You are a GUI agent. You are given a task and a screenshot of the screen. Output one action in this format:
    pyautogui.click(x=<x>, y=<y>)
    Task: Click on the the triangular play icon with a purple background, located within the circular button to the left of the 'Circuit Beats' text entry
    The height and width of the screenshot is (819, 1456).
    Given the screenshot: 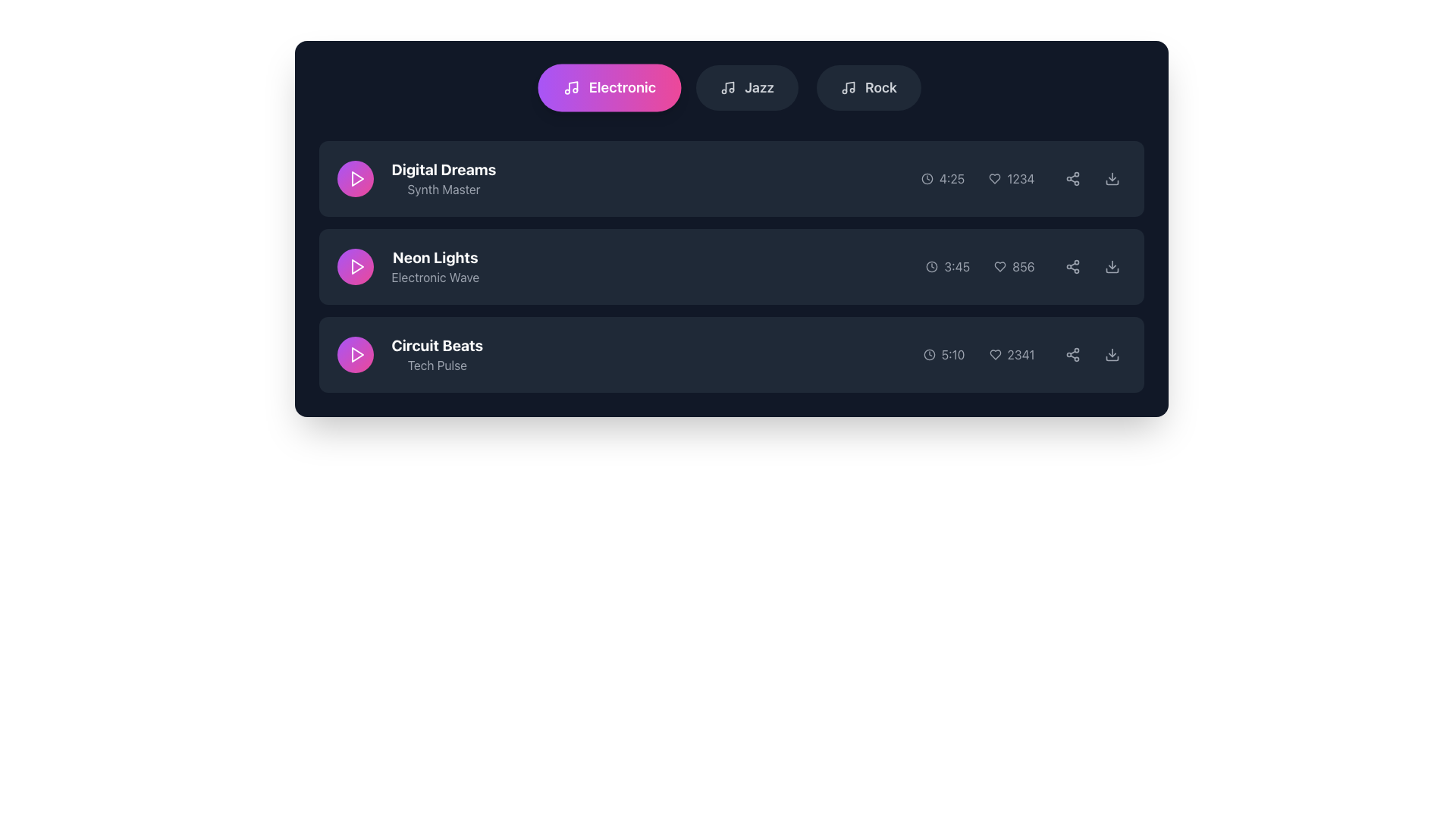 What is the action you would take?
    pyautogui.click(x=356, y=354)
    